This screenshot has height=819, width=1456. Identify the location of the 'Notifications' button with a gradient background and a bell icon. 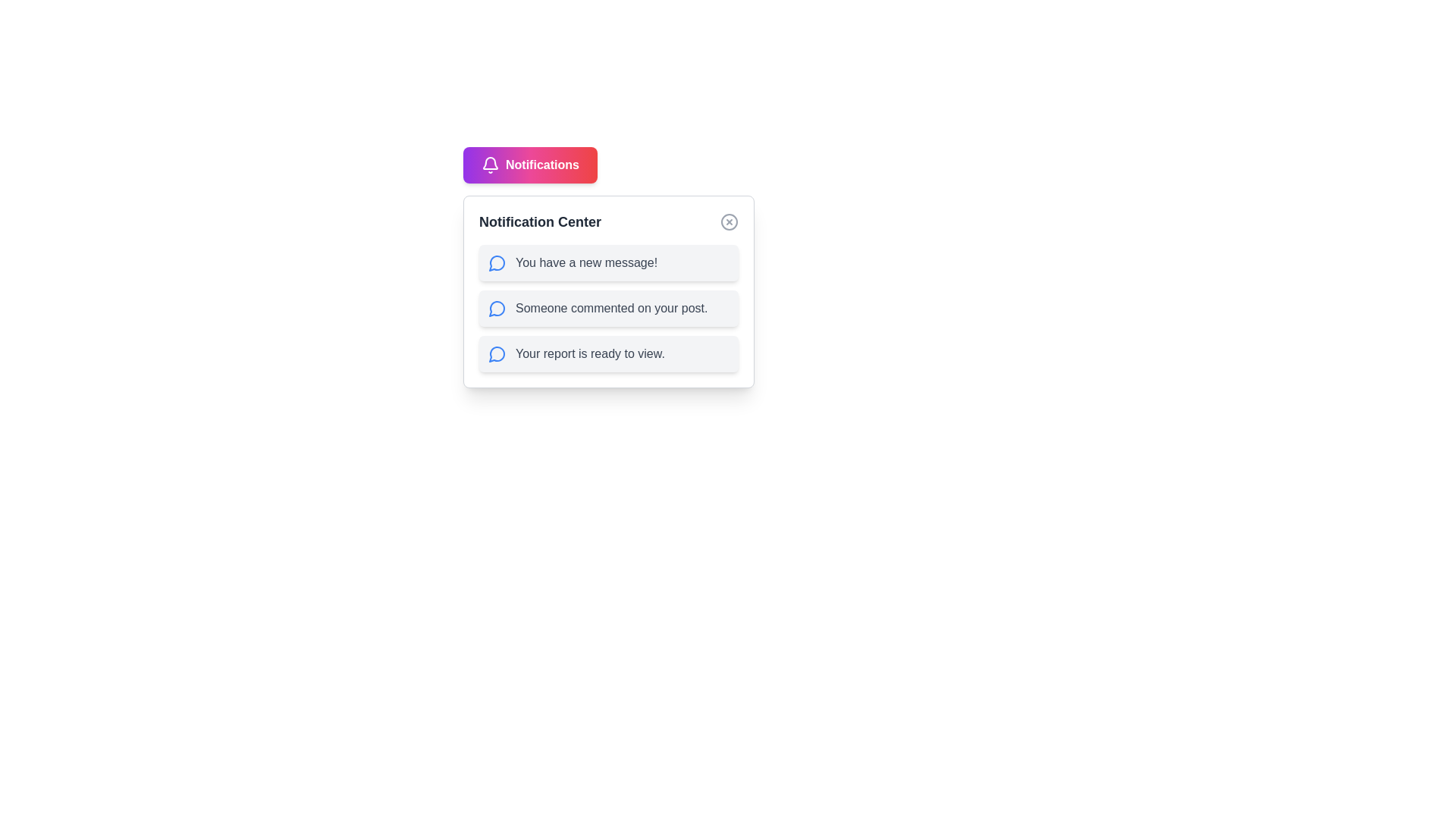
(530, 165).